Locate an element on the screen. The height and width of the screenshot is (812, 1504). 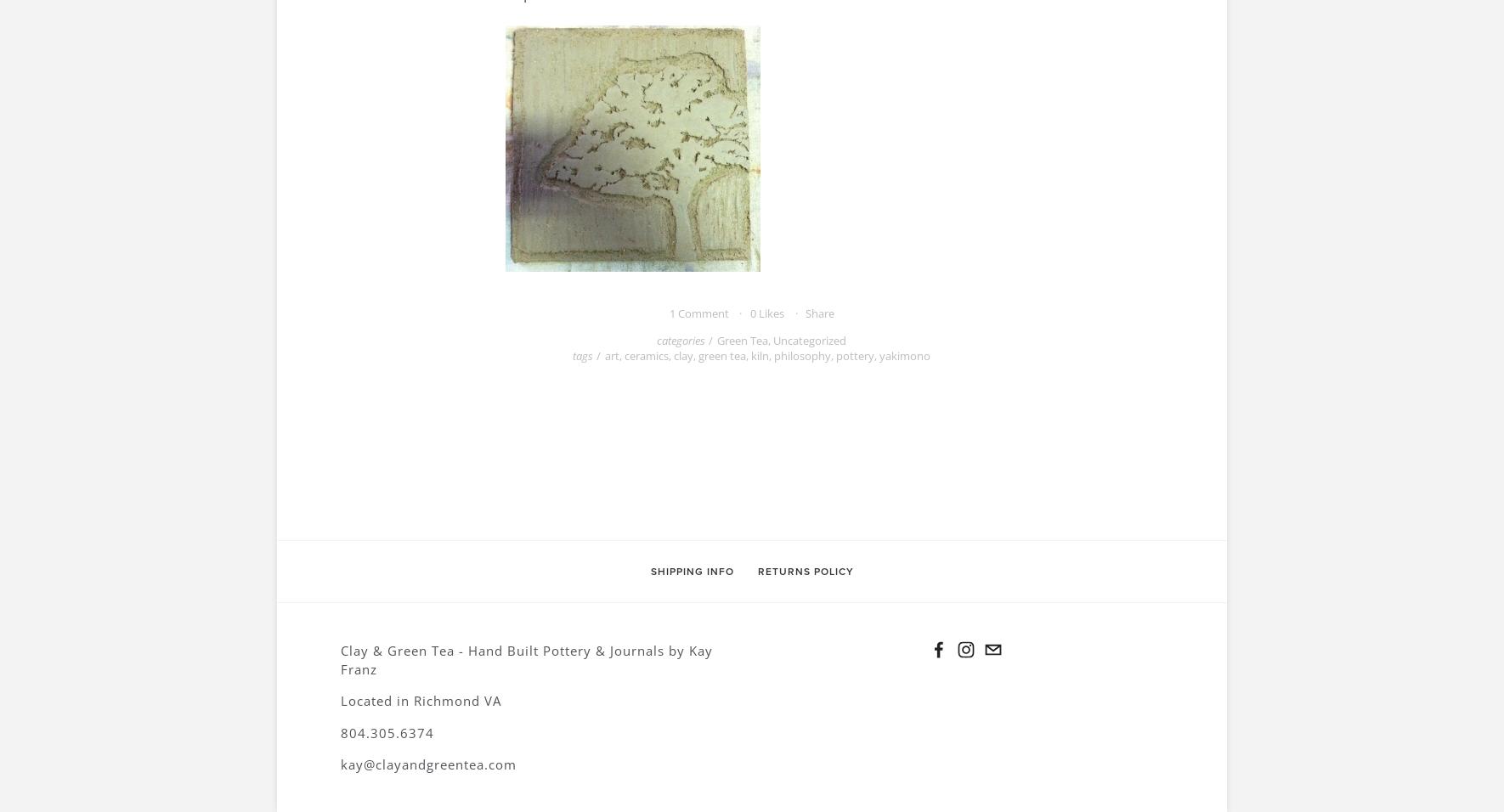
'green tea' is located at coordinates (721, 354).